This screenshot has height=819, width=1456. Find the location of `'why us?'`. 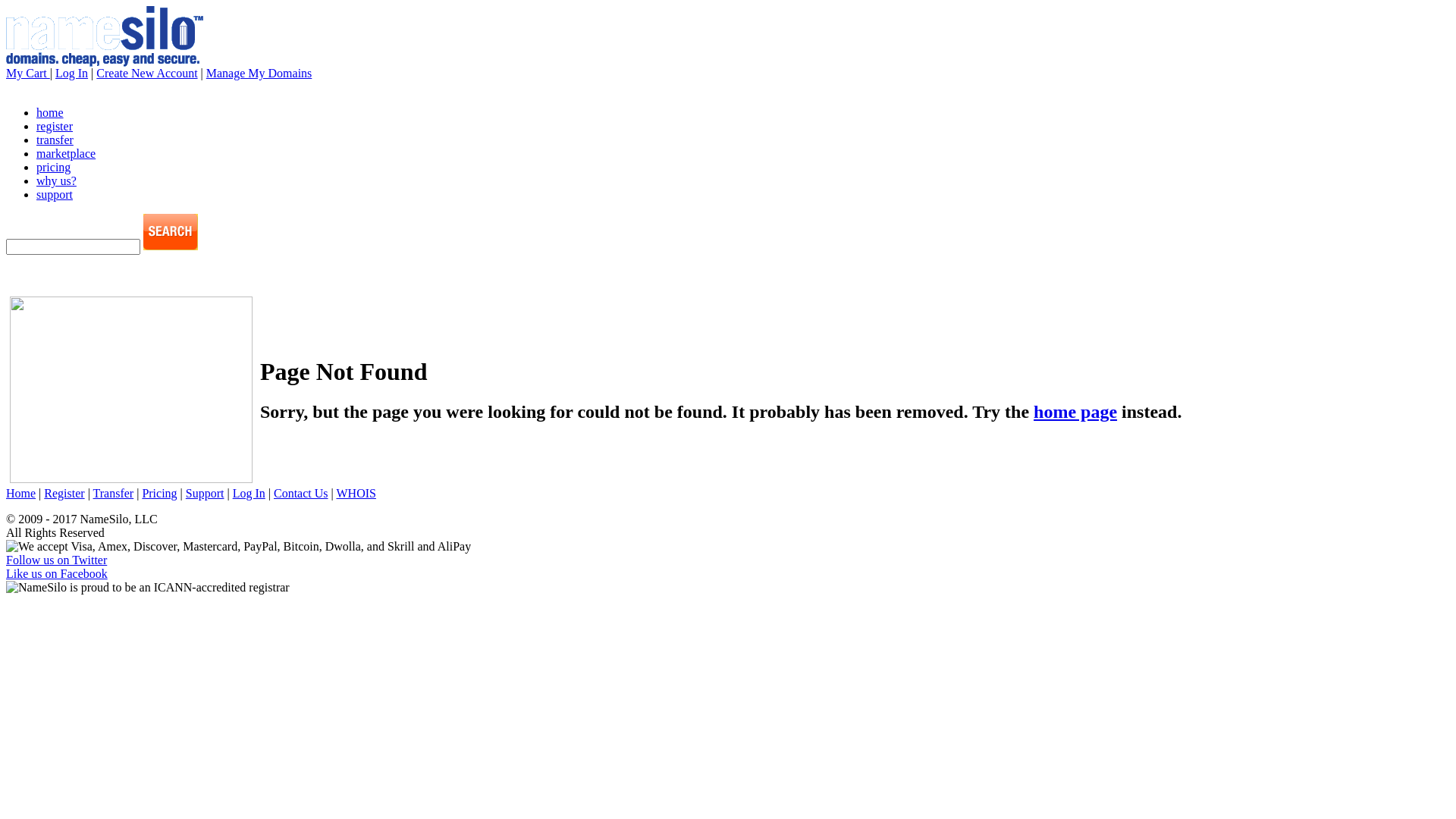

'why us?' is located at coordinates (36, 180).